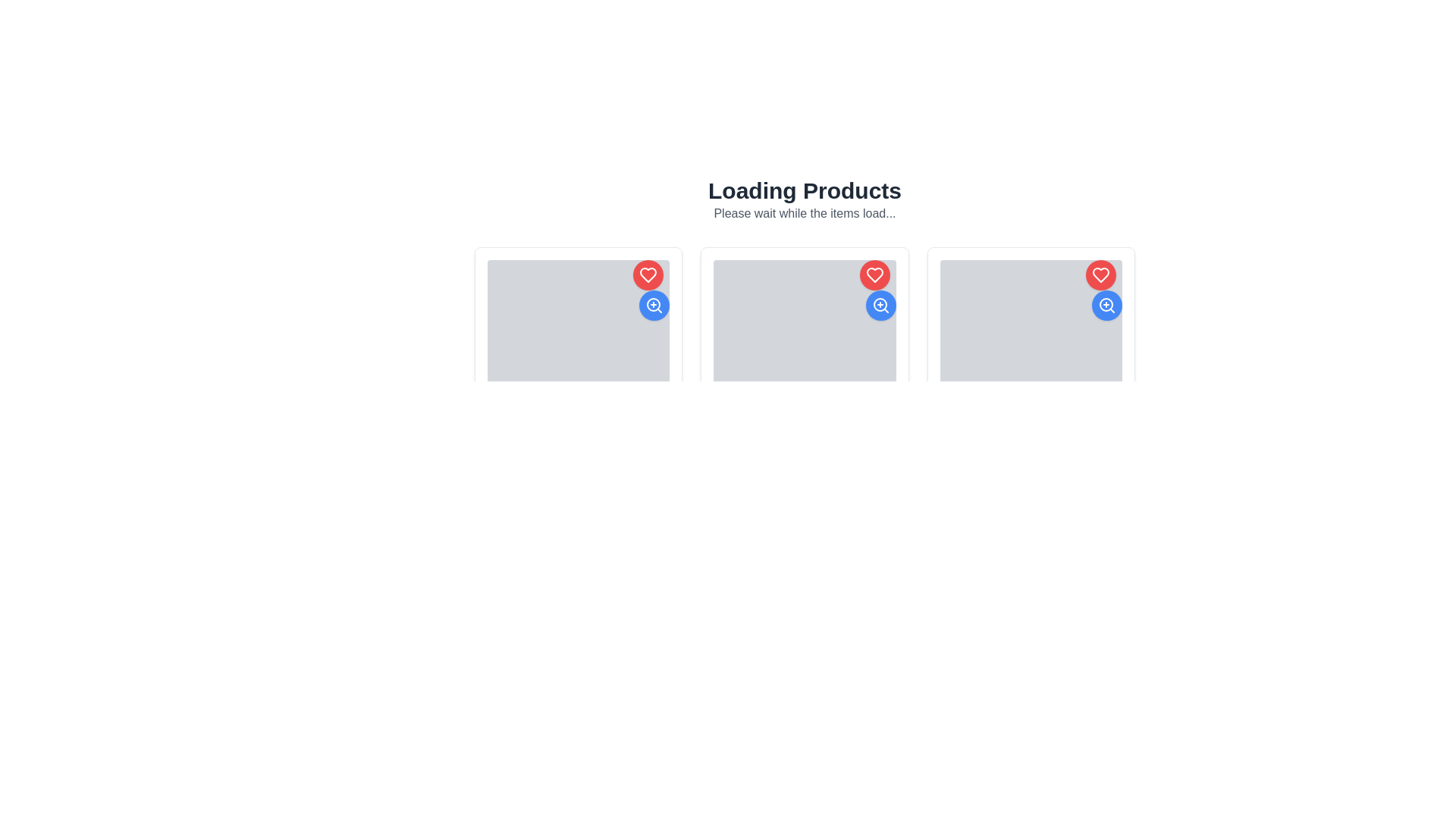  What do you see at coordinates (804, 199) in the screenshot?
I see `the text display at the top of the content area that reads 'Loading Products' in bold and 'Please wait while the items load...' in smaller font` at bounding box center [804, 199].